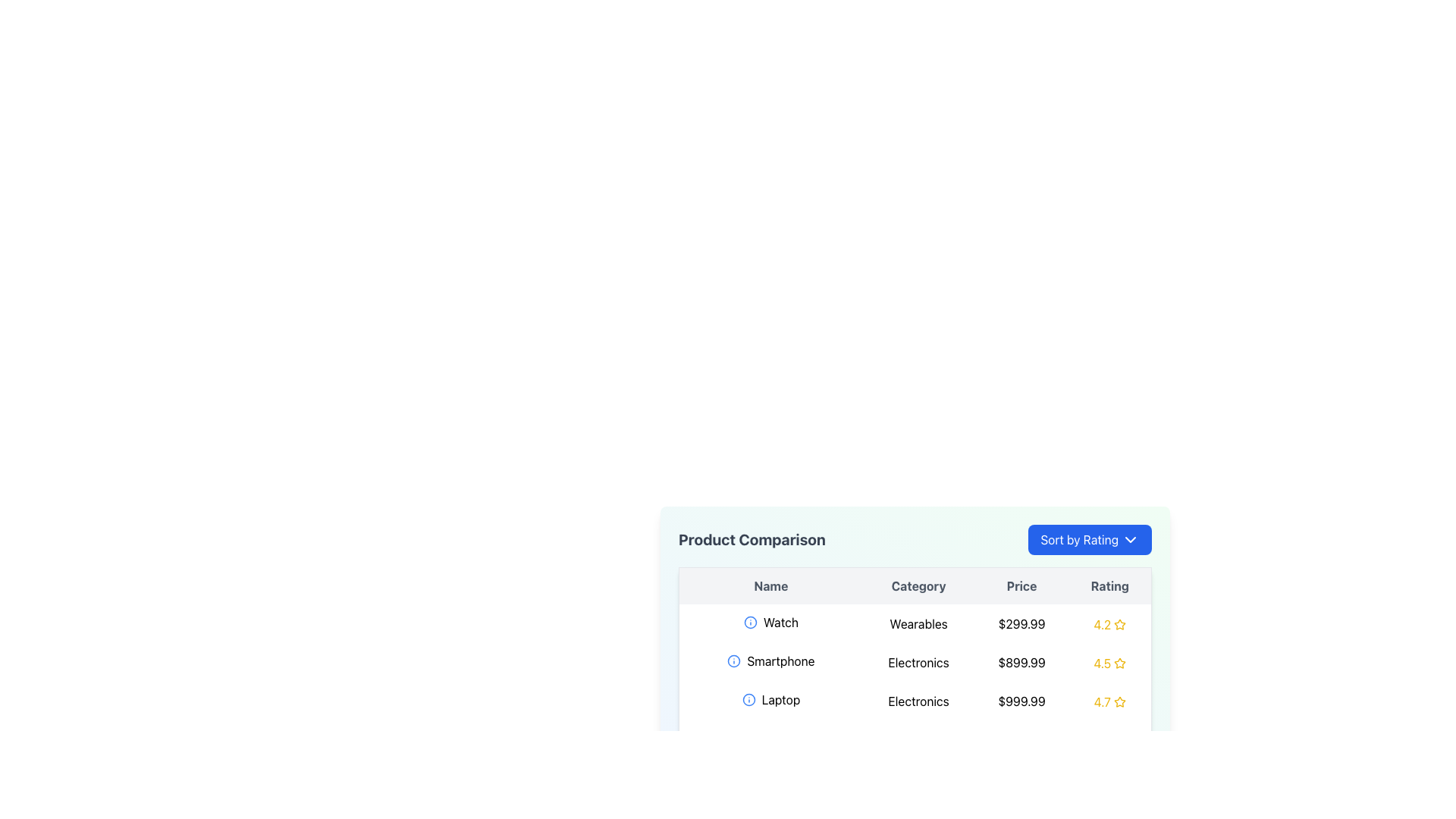 The height and width of the screenshot is (819, 1456). Describe the element at coordinates (918, 701) in the screenshot. I see `the text label displaying 'Electronics' located in the 'Category' column of the third row under 'Laptop'` at that location.